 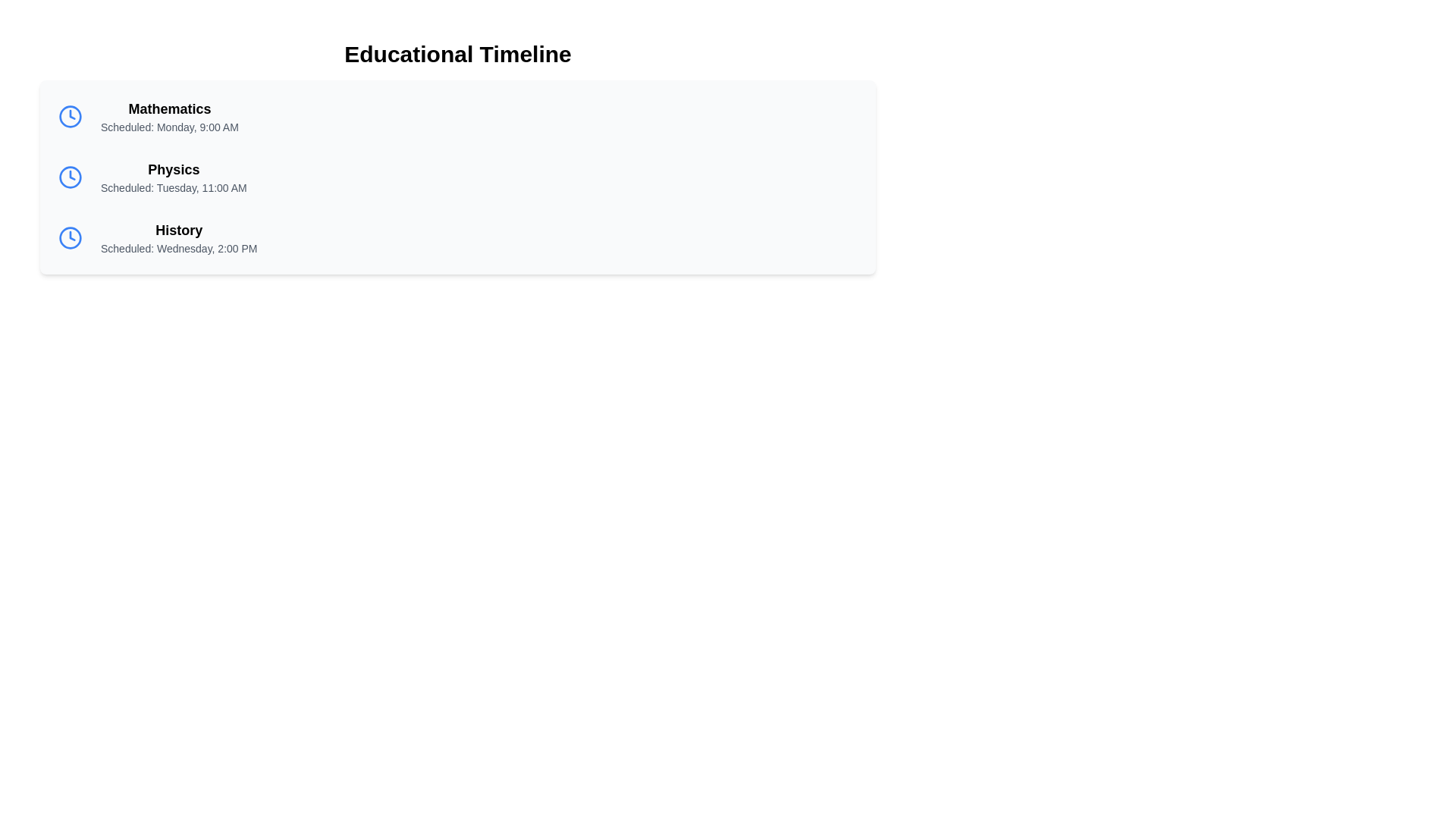 What do you see at coordinates (69, 177) in the screenshot?
I see `the time-related concept icon located in the second row of the timeline adjacent to the 'Physics' text entry` at bounding box center [69, 177].